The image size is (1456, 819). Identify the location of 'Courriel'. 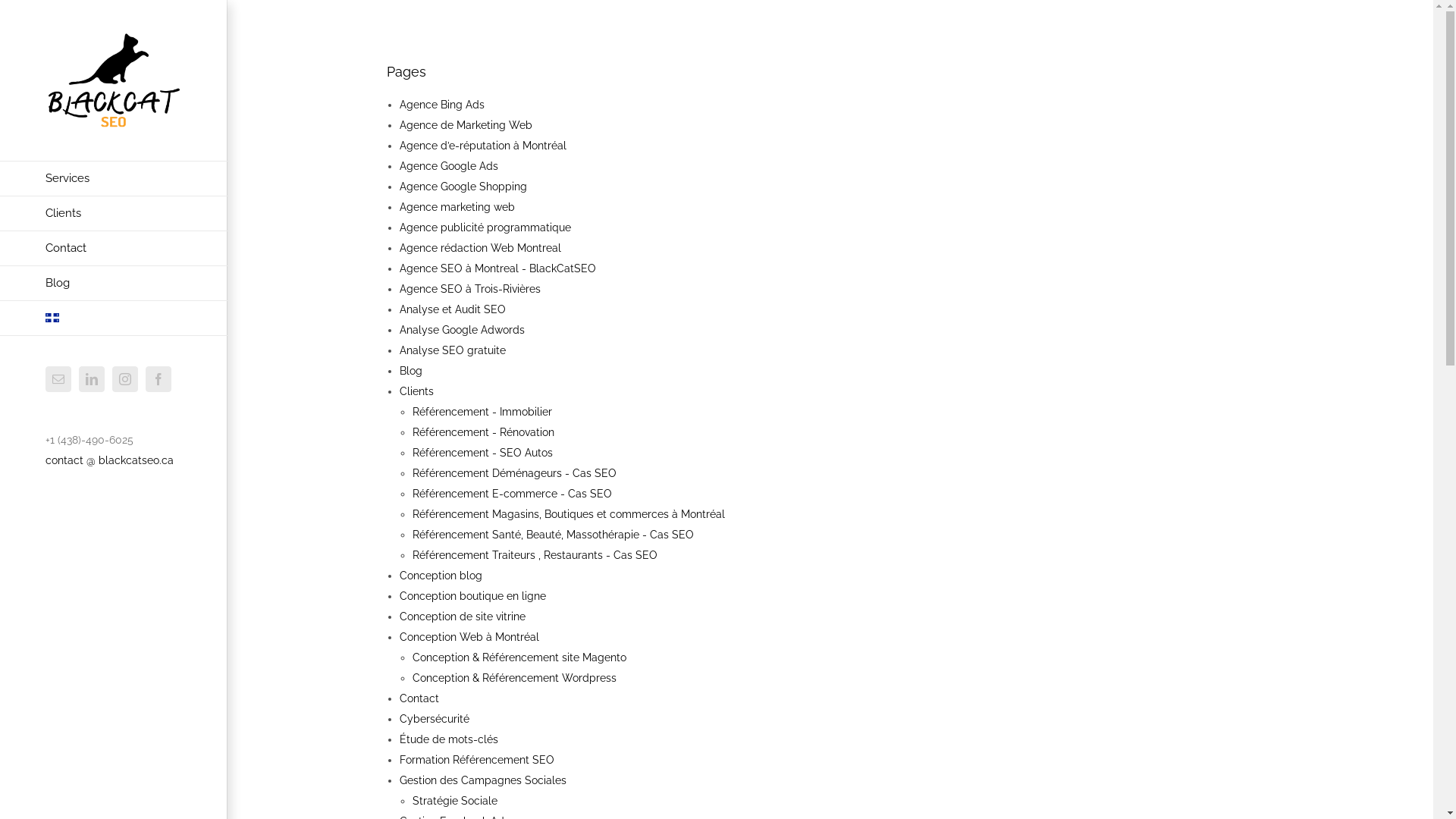
(45, 378).